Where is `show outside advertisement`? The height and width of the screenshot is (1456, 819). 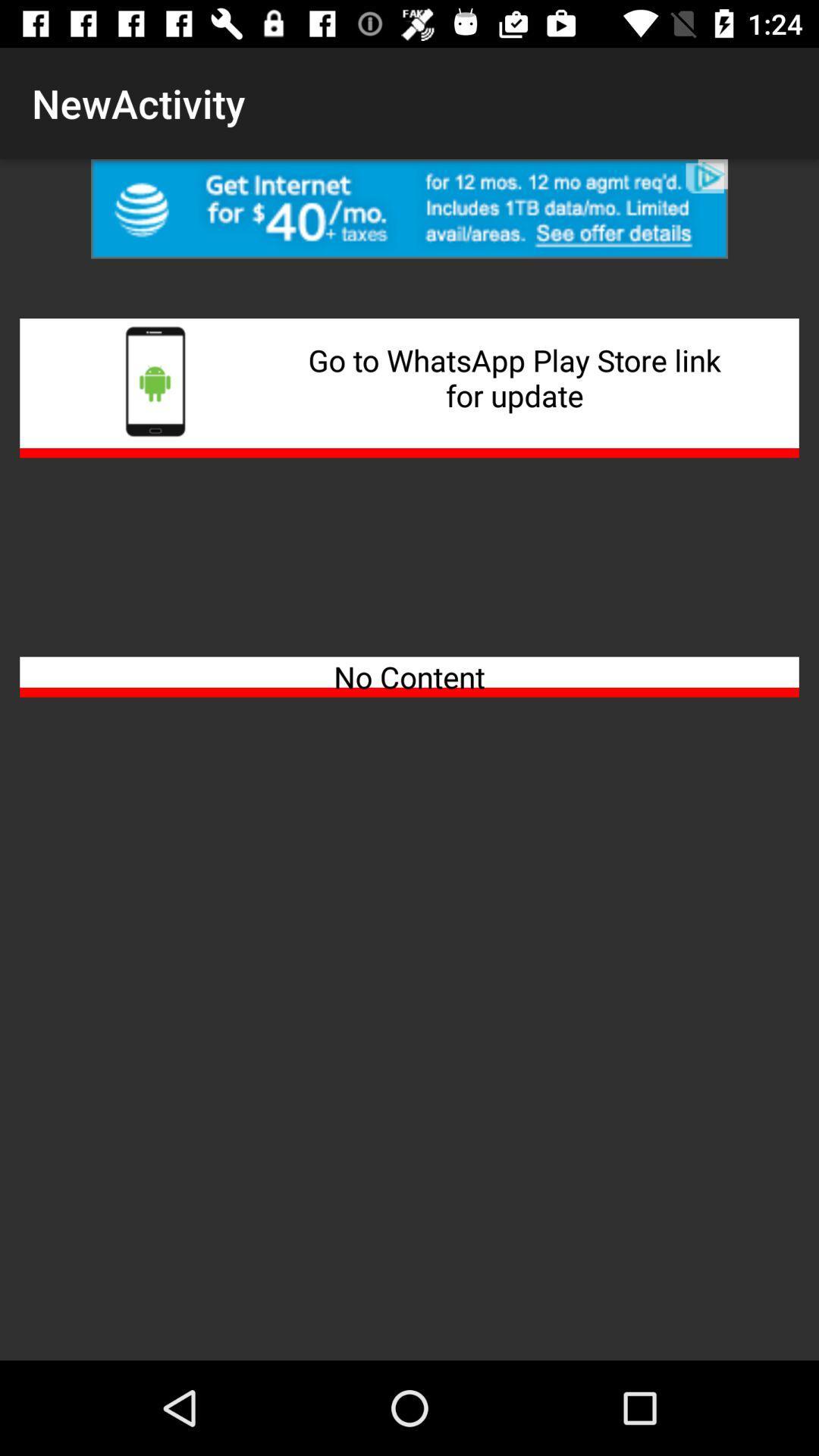 show outside advertisement is located at coordinates (409, 208).